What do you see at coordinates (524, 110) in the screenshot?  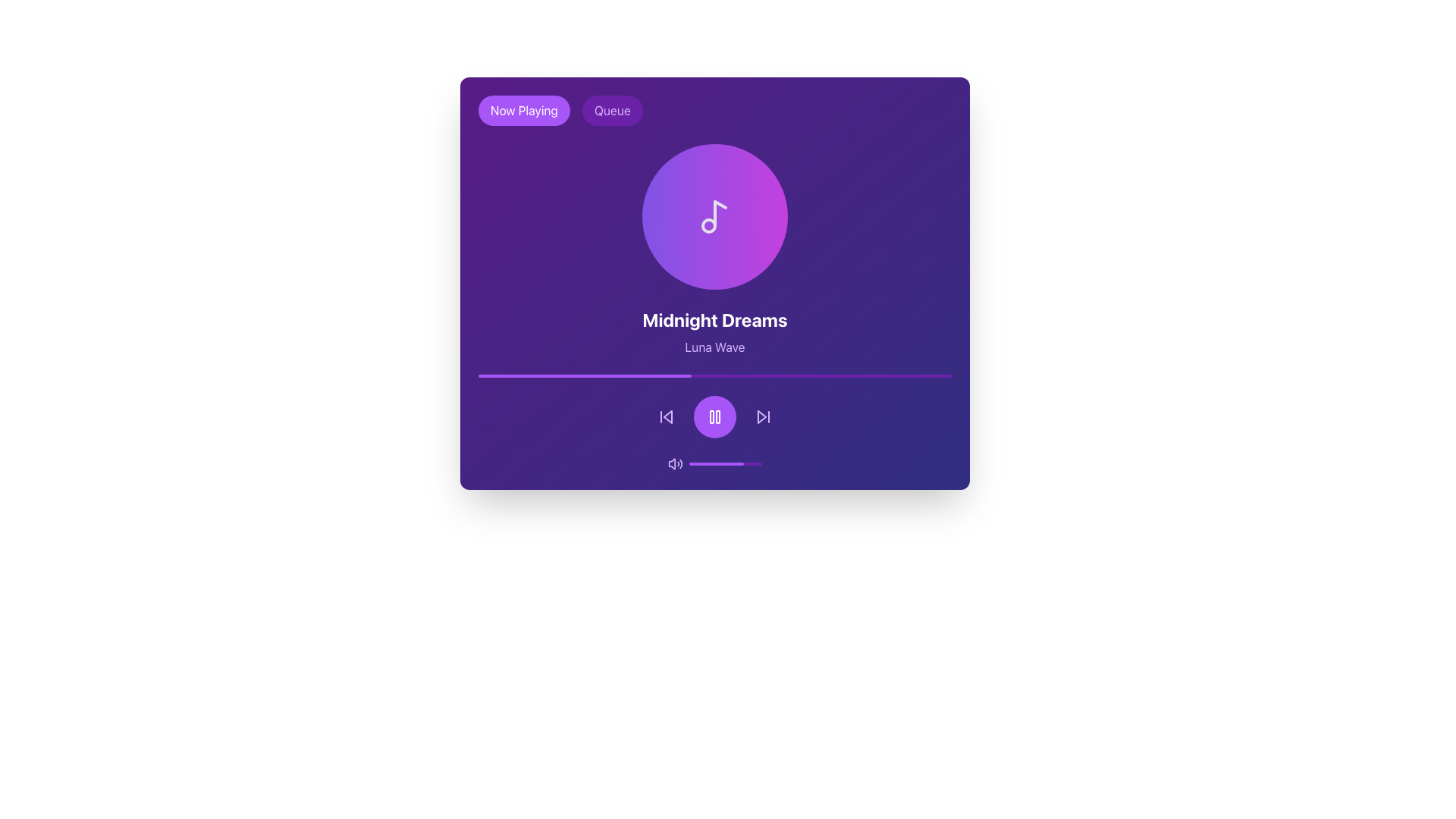 I see `the purple 'Now Playing' button with rounded corners` at bounding box center [524, 110].